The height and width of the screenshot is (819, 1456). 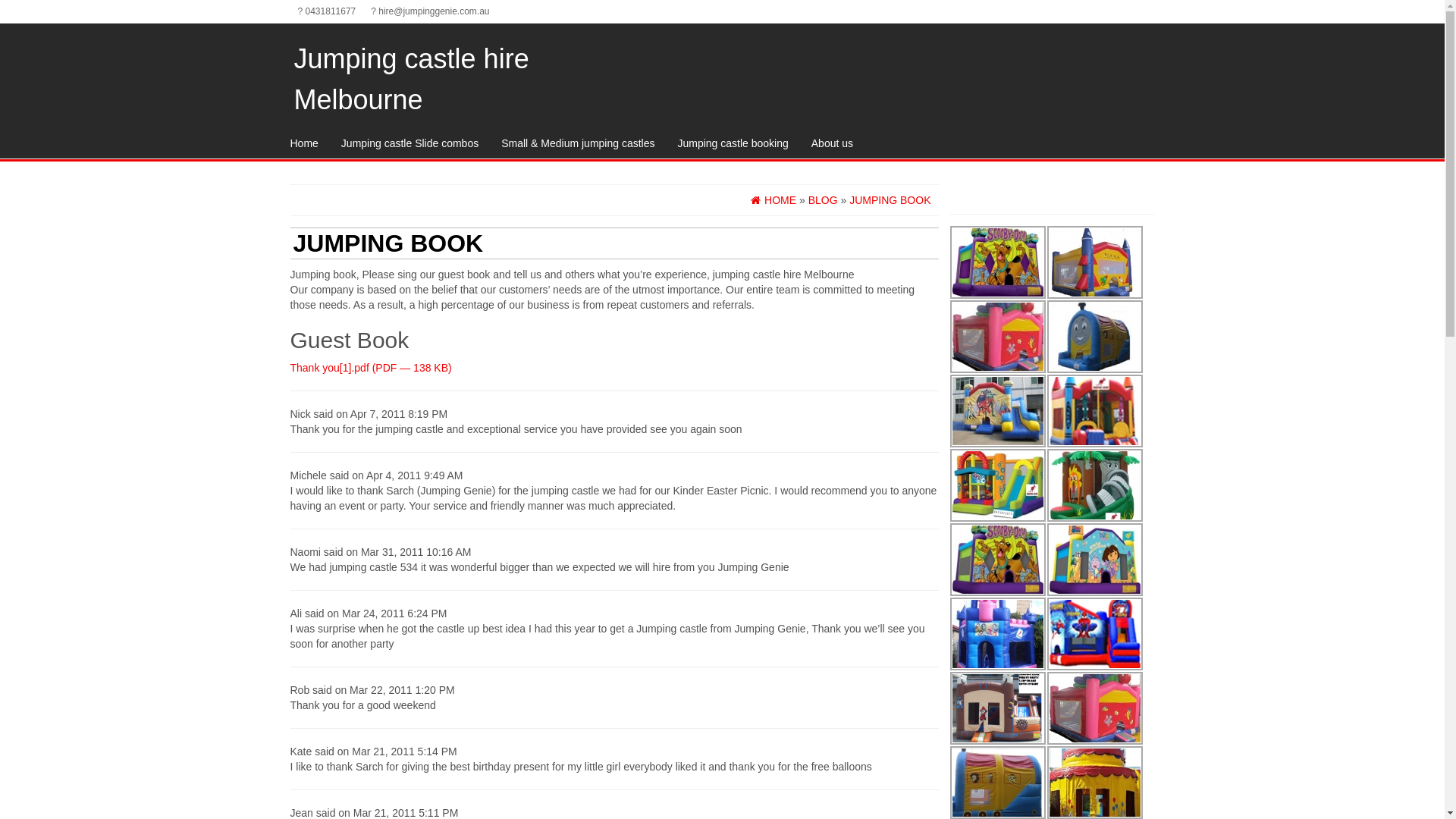 What do you see at coordinates (303, 143) in the screenshot?
I see `'Home'` at bounding box center [303, 143].